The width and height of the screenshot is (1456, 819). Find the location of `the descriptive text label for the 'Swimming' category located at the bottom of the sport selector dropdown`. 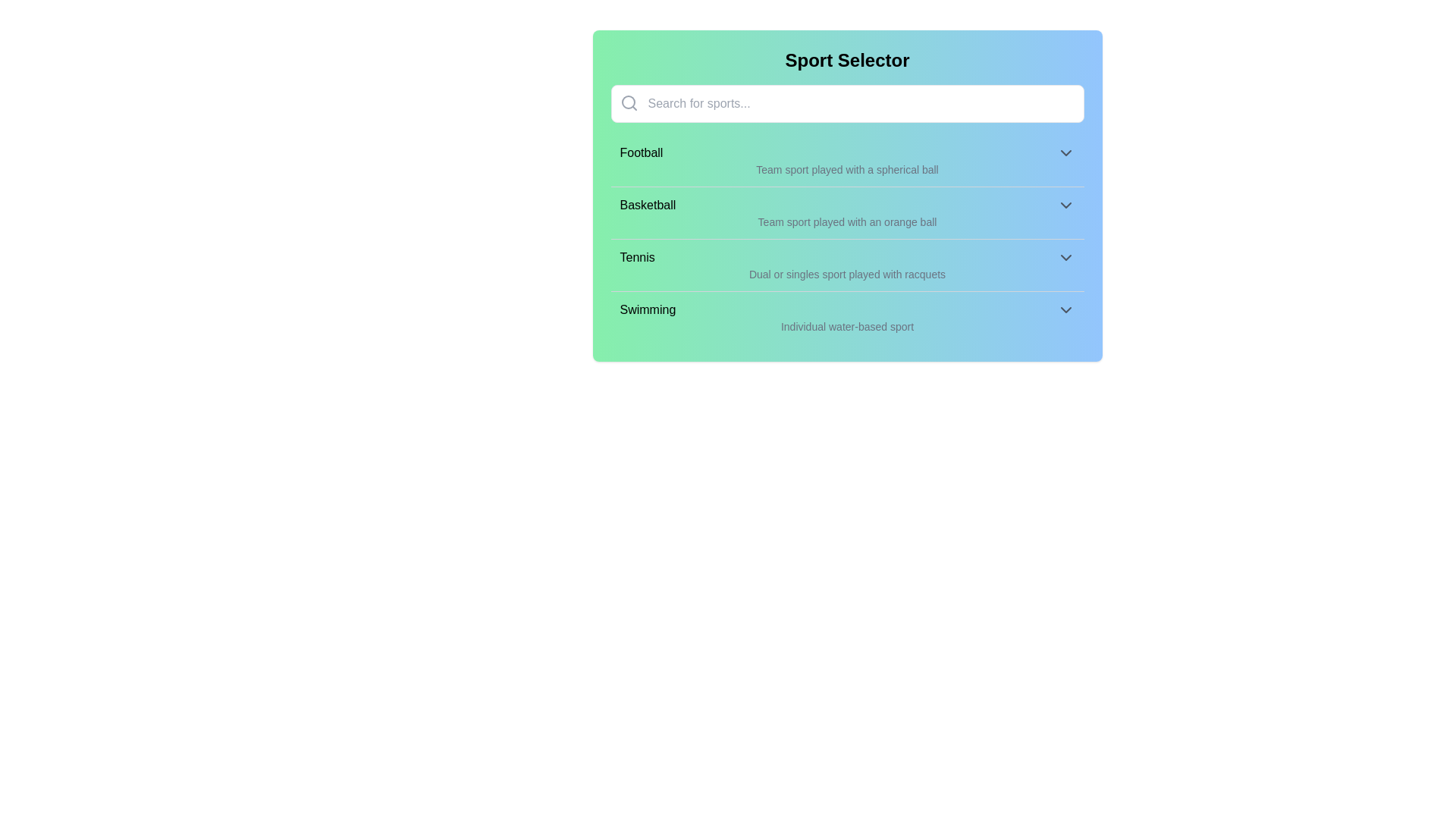

the descriptive text label for the 'Swimming' category located at the bottom of the sport selector dropdown is located at coordinates (846, 326).